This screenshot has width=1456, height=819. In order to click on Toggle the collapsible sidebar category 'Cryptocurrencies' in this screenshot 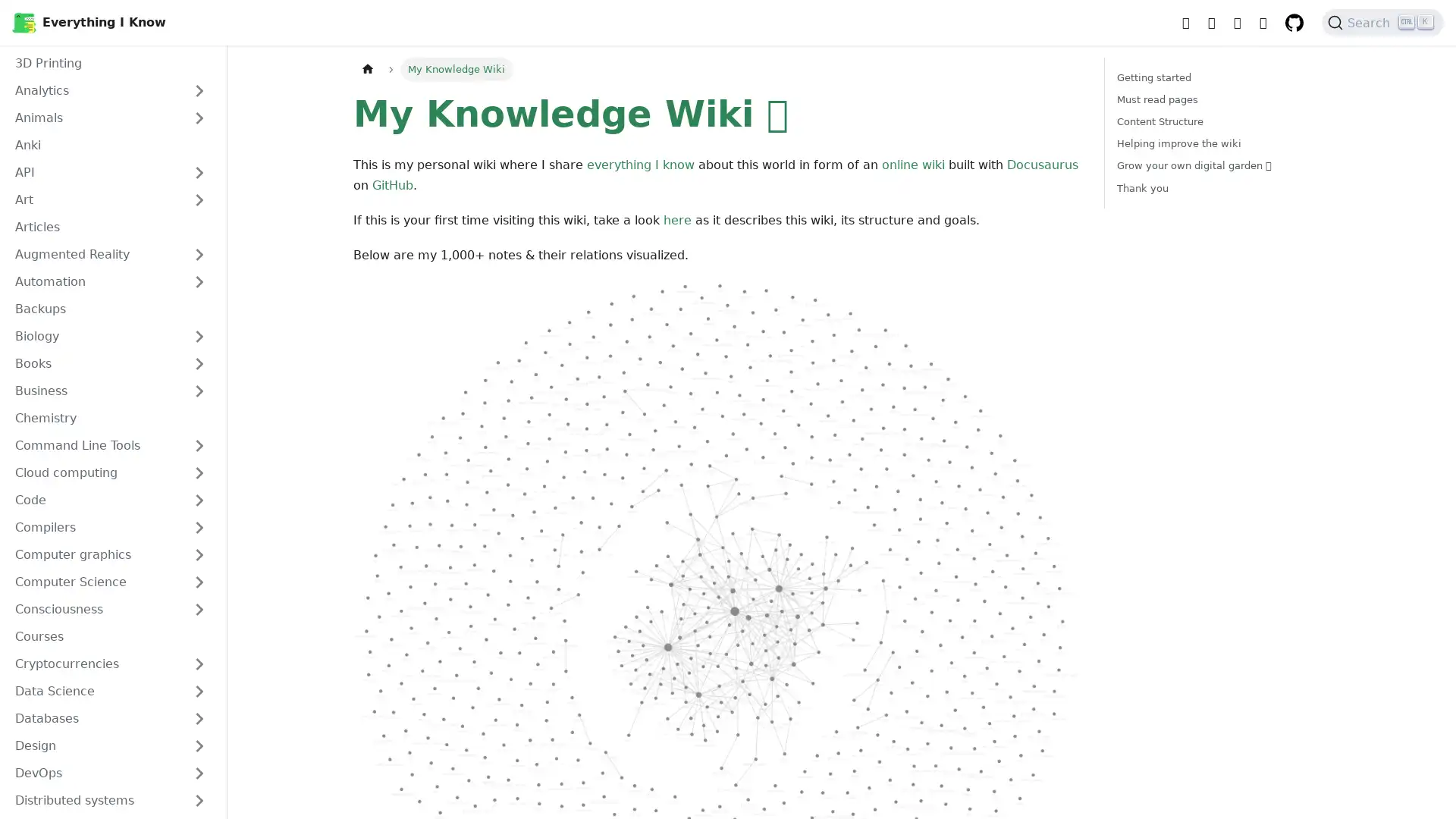, I will do `click(199, 663)`.